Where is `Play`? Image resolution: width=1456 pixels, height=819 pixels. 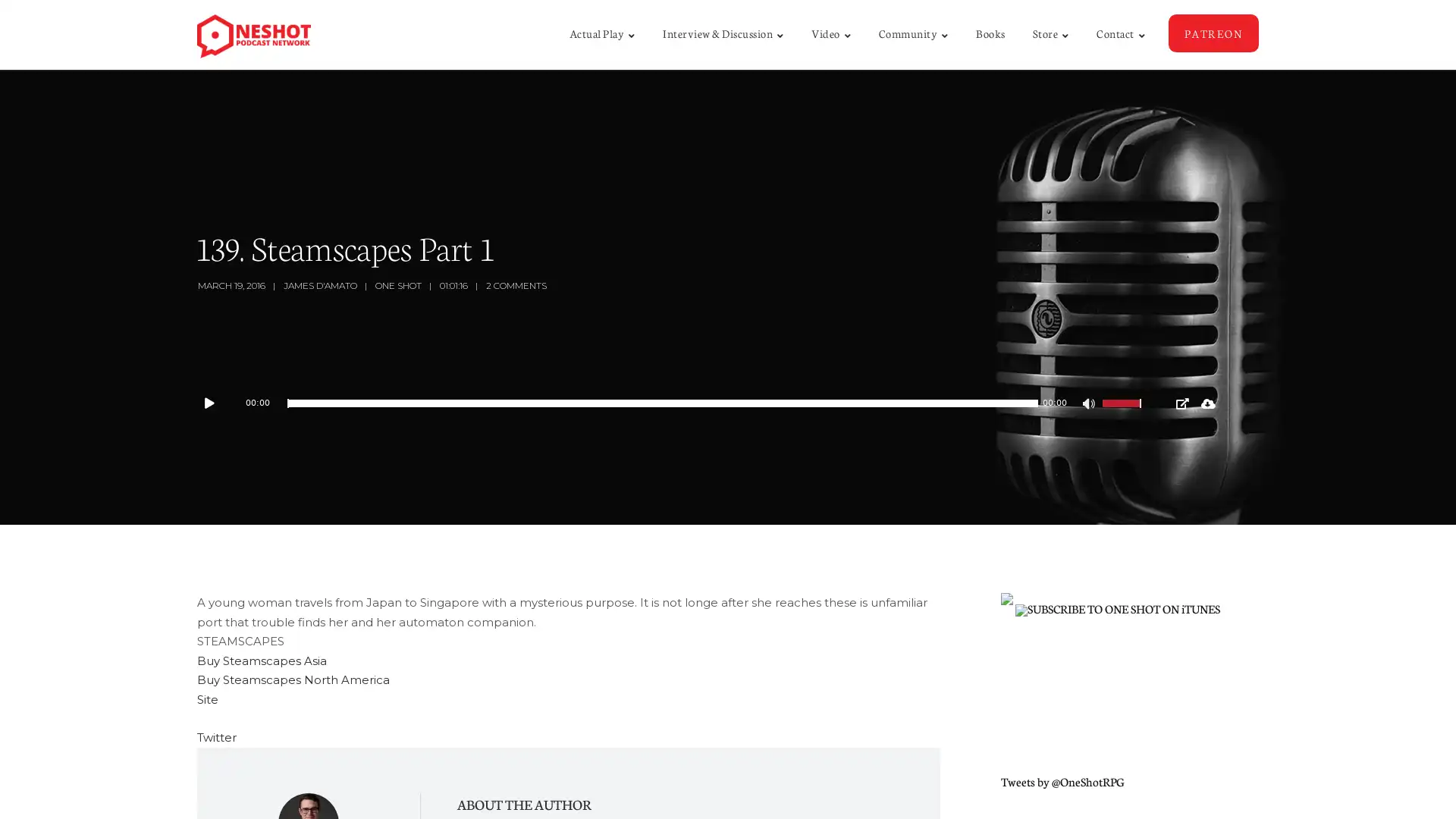 Play is located at coordinates (216, 403).